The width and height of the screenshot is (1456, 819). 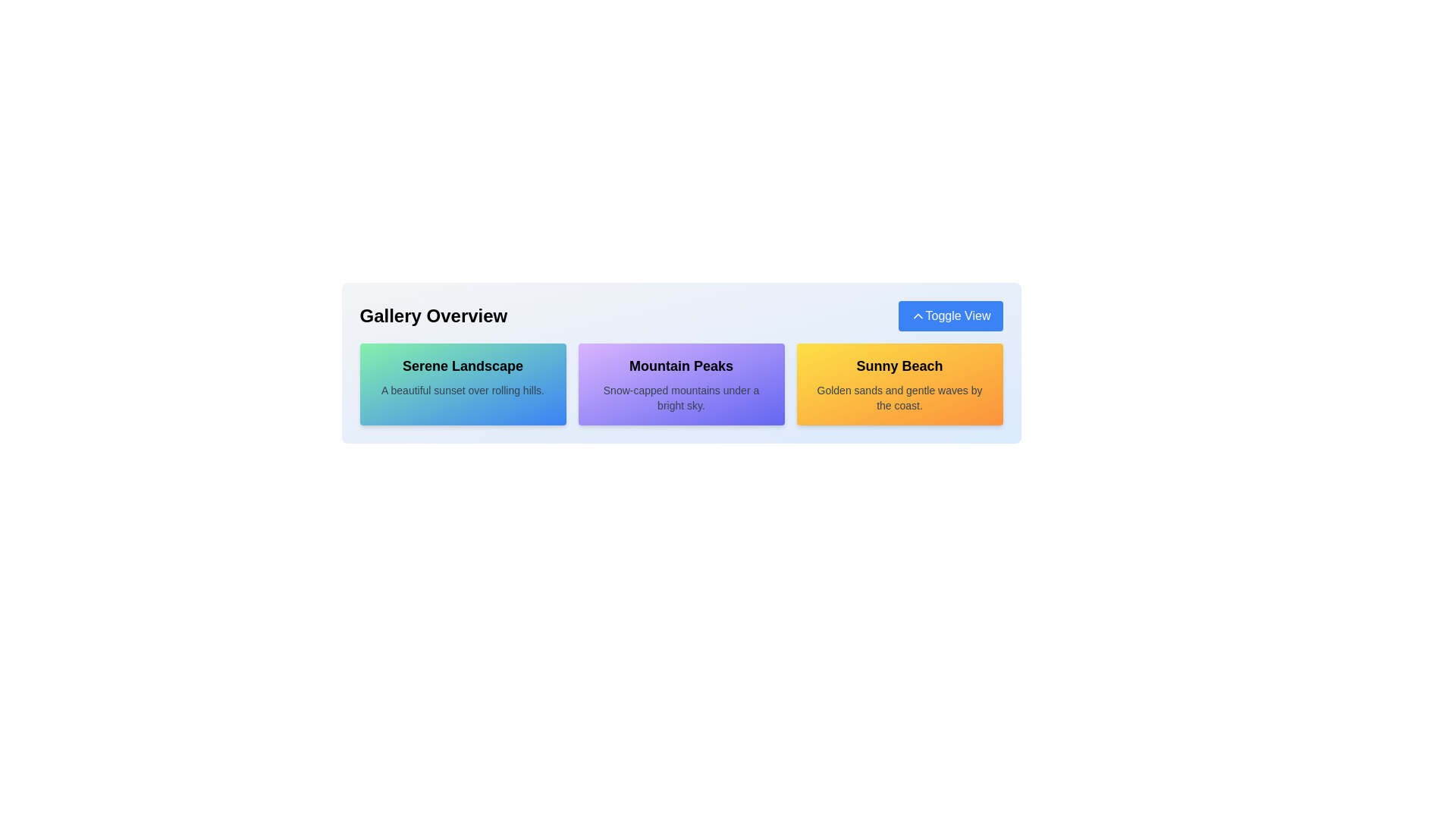 I want to click on the static informational card titled 'Mountain Peaks' which is a purple rectangular block with a shadow effect, located in the middle of a row of three blocks, so click(x=680, y=383).